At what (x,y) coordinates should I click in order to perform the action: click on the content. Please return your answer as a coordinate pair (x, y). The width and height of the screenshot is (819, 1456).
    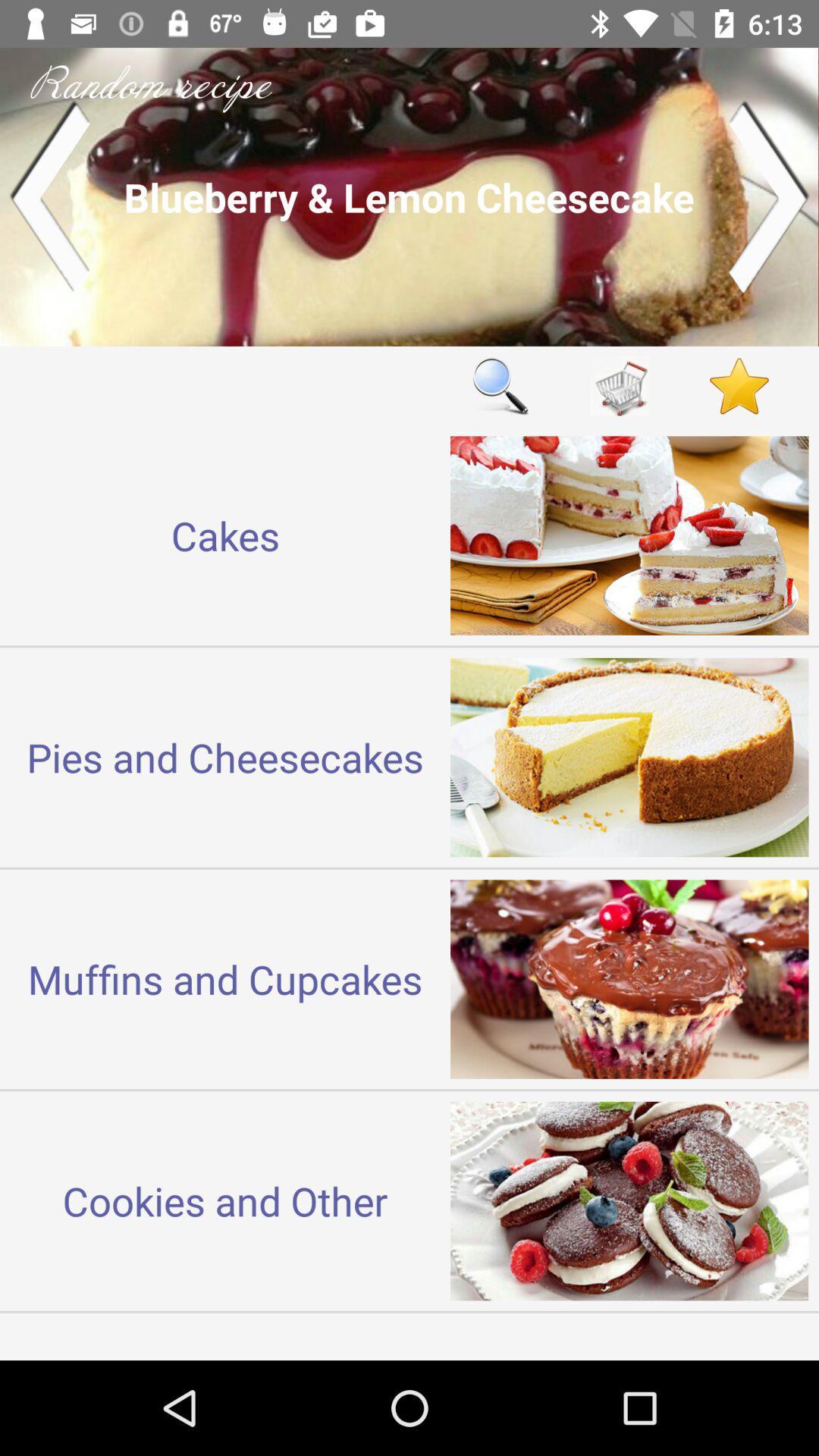
    Looking at the image, I should click on (739, 386).